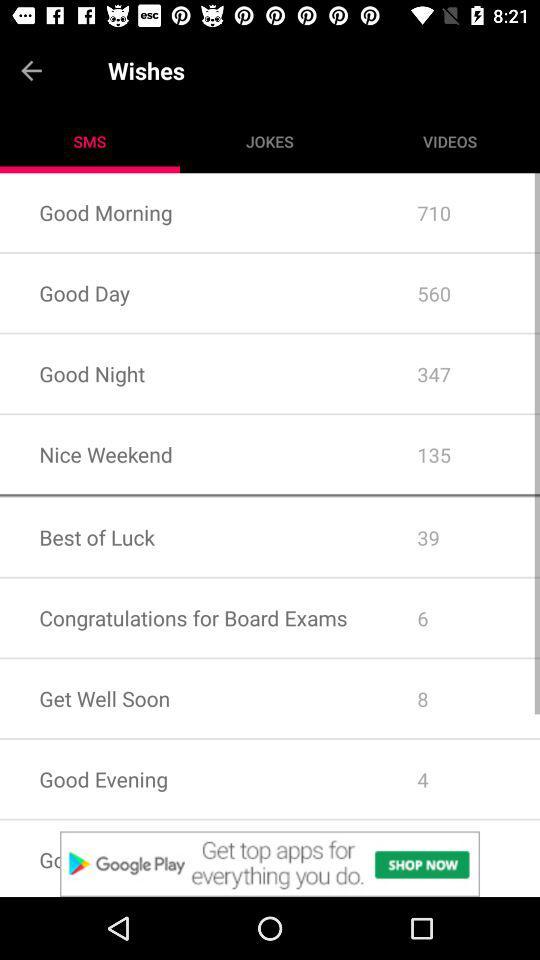  I want to click on the good week item, so click(189, 857).